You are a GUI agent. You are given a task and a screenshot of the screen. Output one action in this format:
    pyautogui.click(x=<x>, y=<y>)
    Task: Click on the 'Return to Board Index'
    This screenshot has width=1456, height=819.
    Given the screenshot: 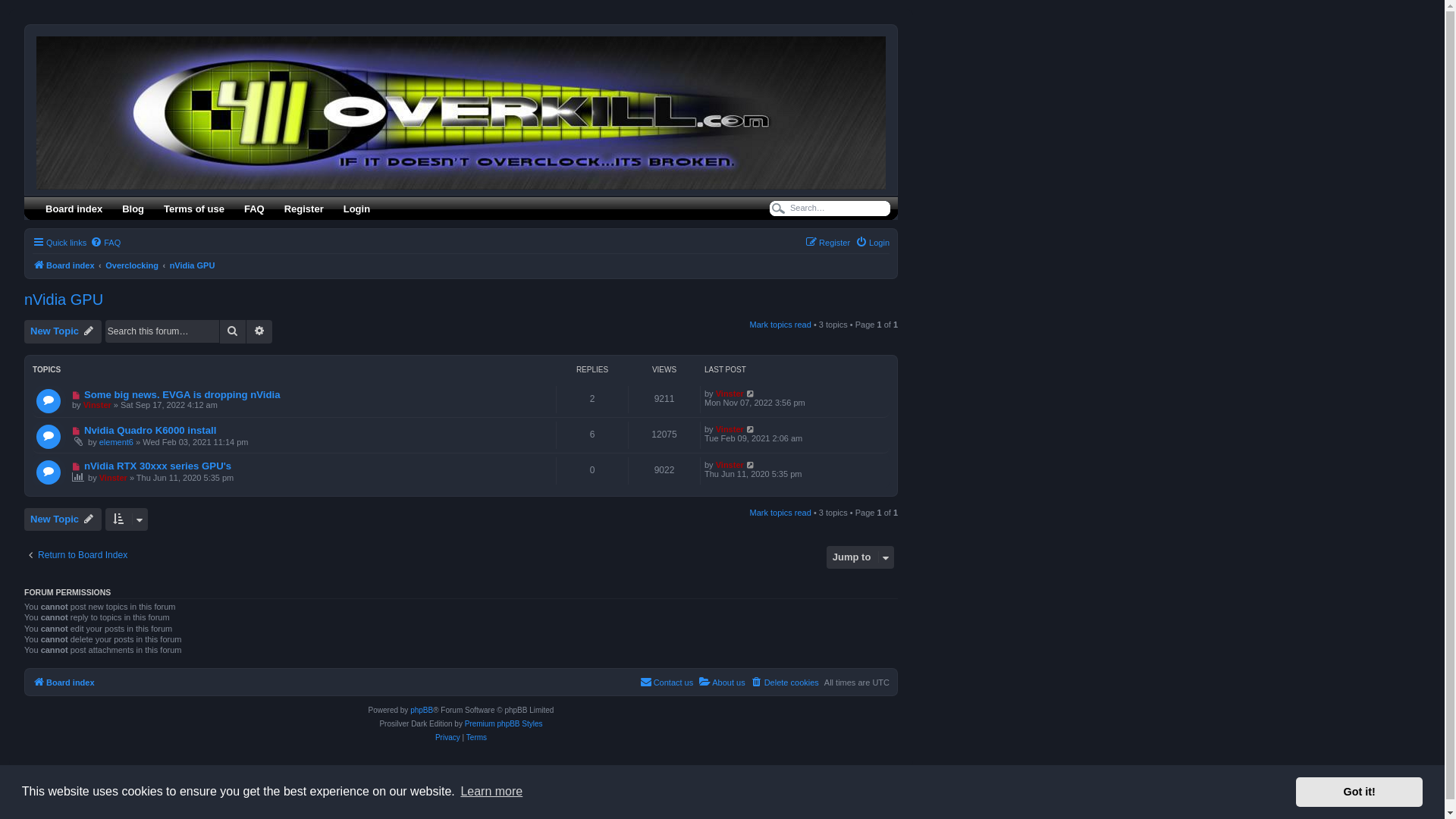 What is the action you would take?
    pyautogui.click(x=75, y=555)
    